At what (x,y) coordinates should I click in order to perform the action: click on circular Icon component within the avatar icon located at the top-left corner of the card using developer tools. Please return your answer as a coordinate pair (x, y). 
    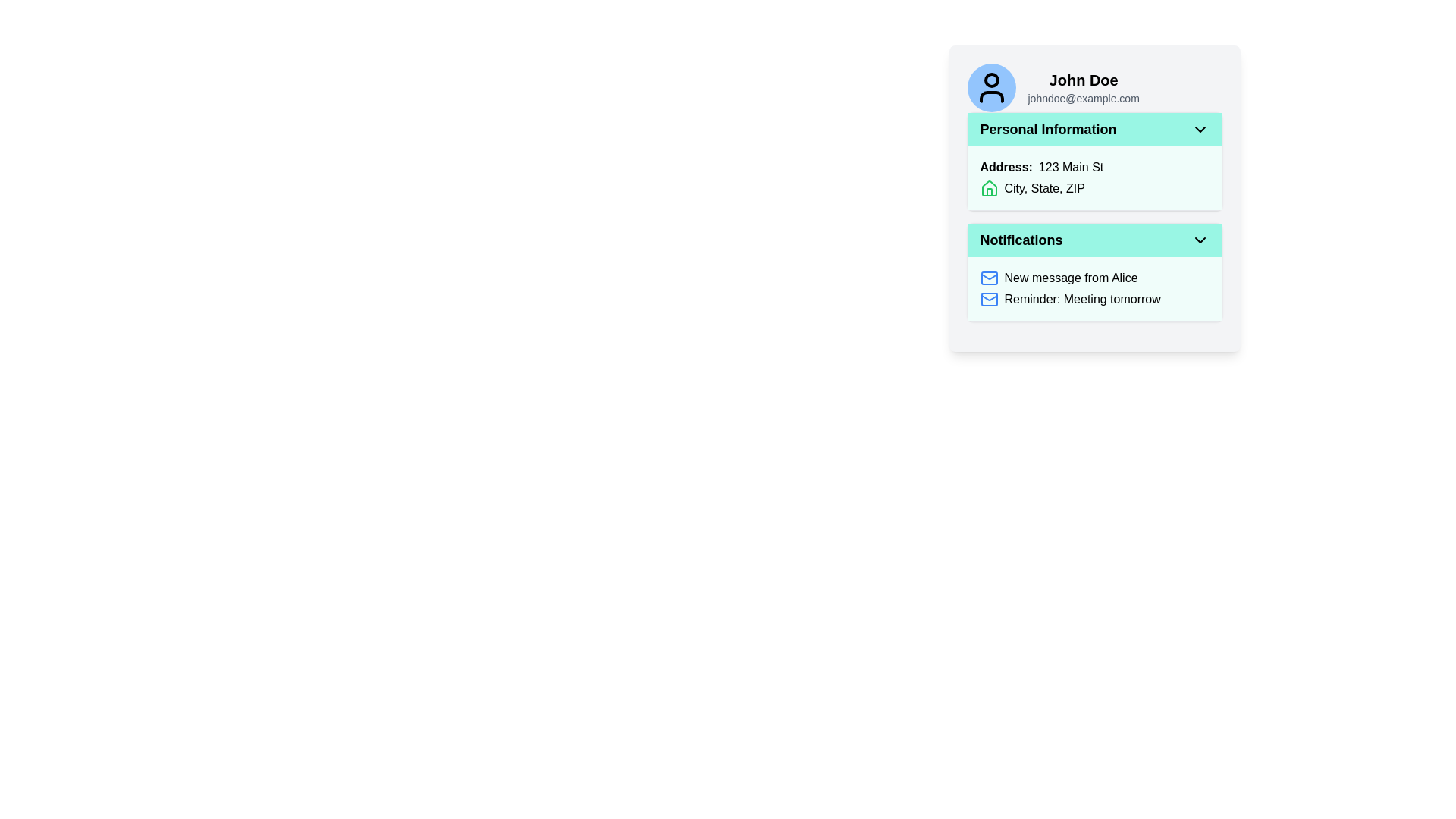
    Looking at the image, I should click on (991, 80).